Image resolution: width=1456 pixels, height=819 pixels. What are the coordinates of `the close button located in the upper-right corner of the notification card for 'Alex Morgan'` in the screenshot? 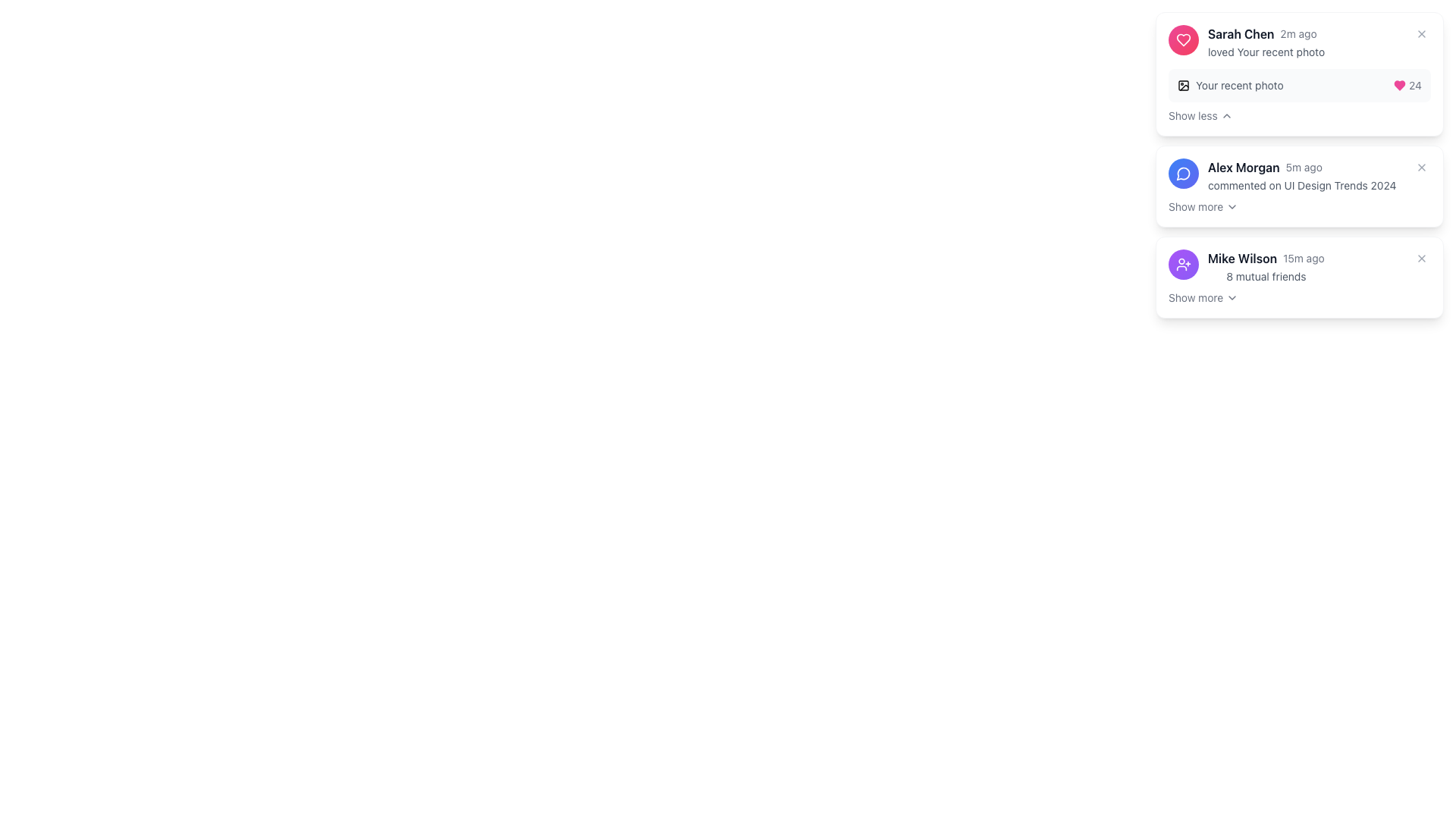 It's located at (1421, 167).